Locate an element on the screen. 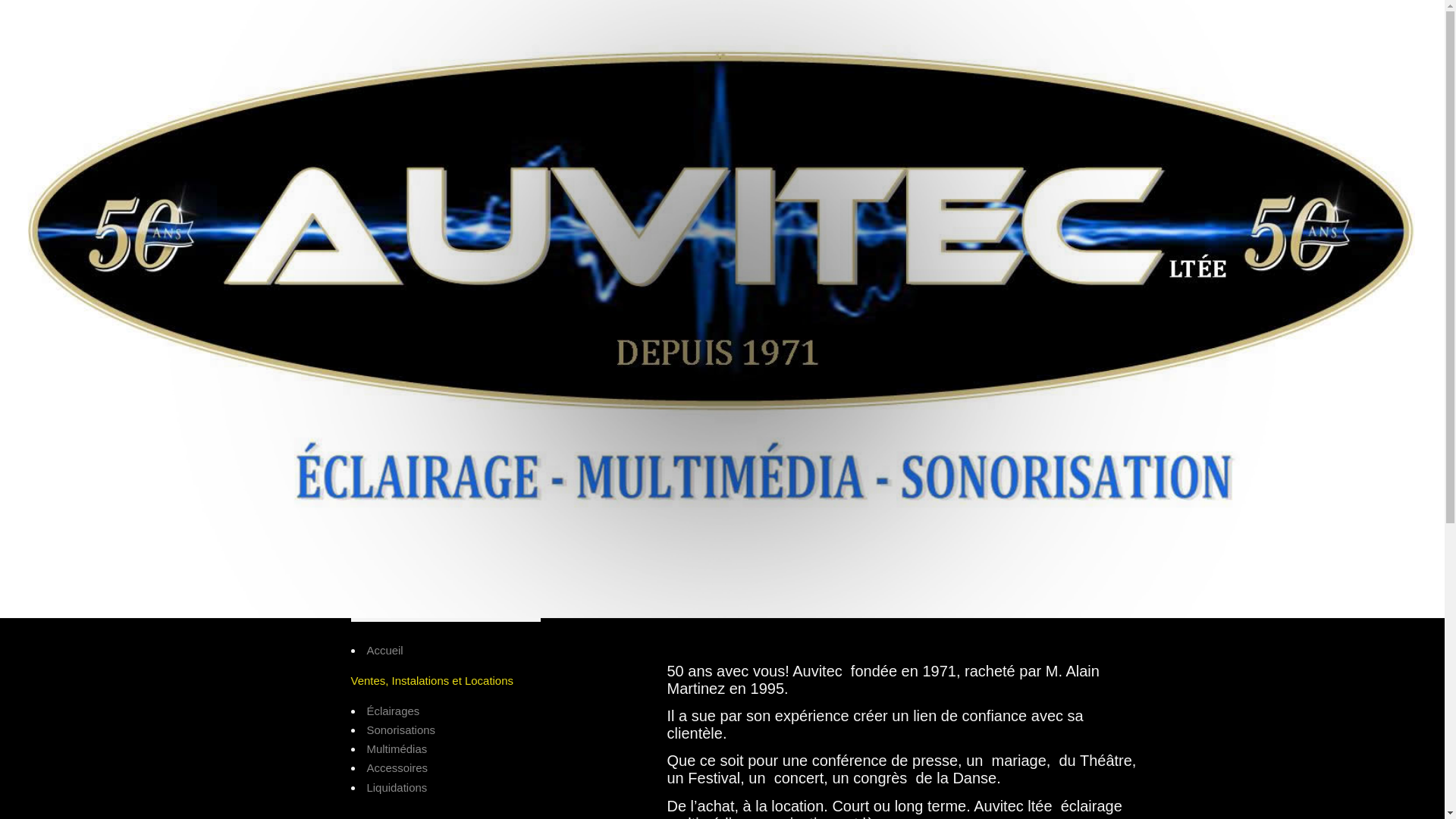 The image size is (1456, 819). 'Liquidations' is located at coordinates (366, 786).